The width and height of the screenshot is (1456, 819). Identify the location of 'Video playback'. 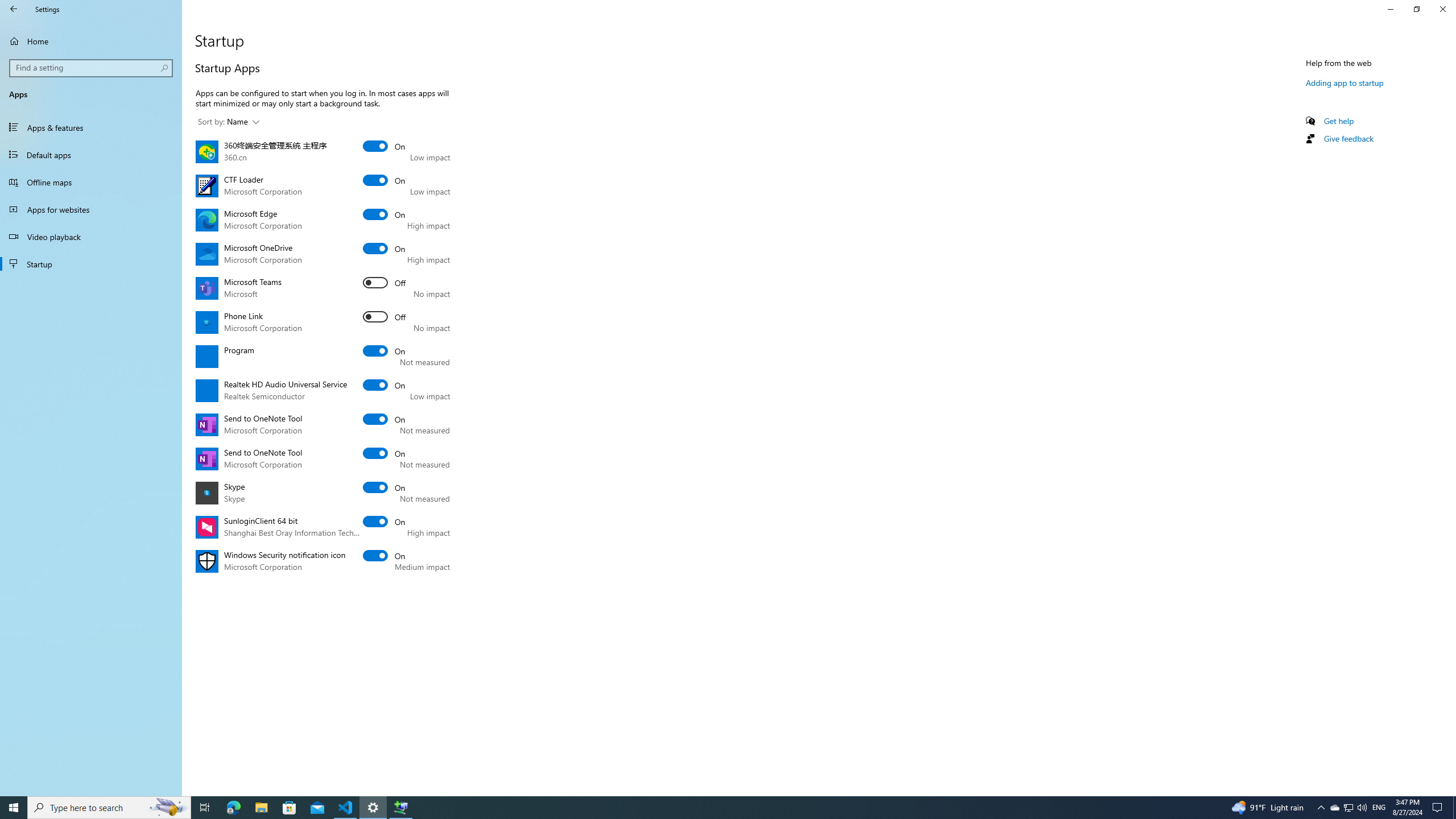
(90, 236).